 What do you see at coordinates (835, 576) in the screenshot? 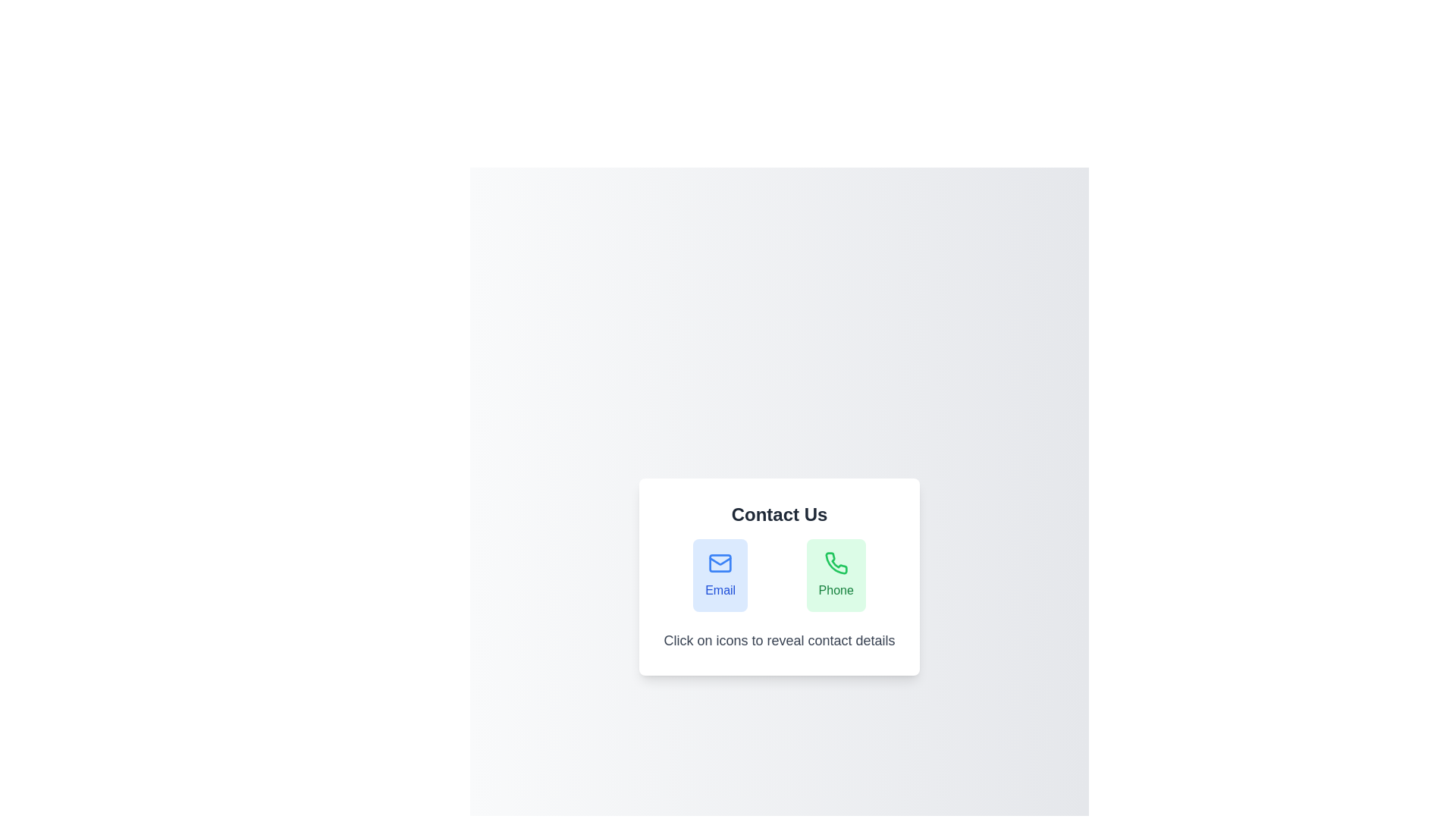
I see `the green button with a phone icon and label underneath` at bounding box center [835, 576].